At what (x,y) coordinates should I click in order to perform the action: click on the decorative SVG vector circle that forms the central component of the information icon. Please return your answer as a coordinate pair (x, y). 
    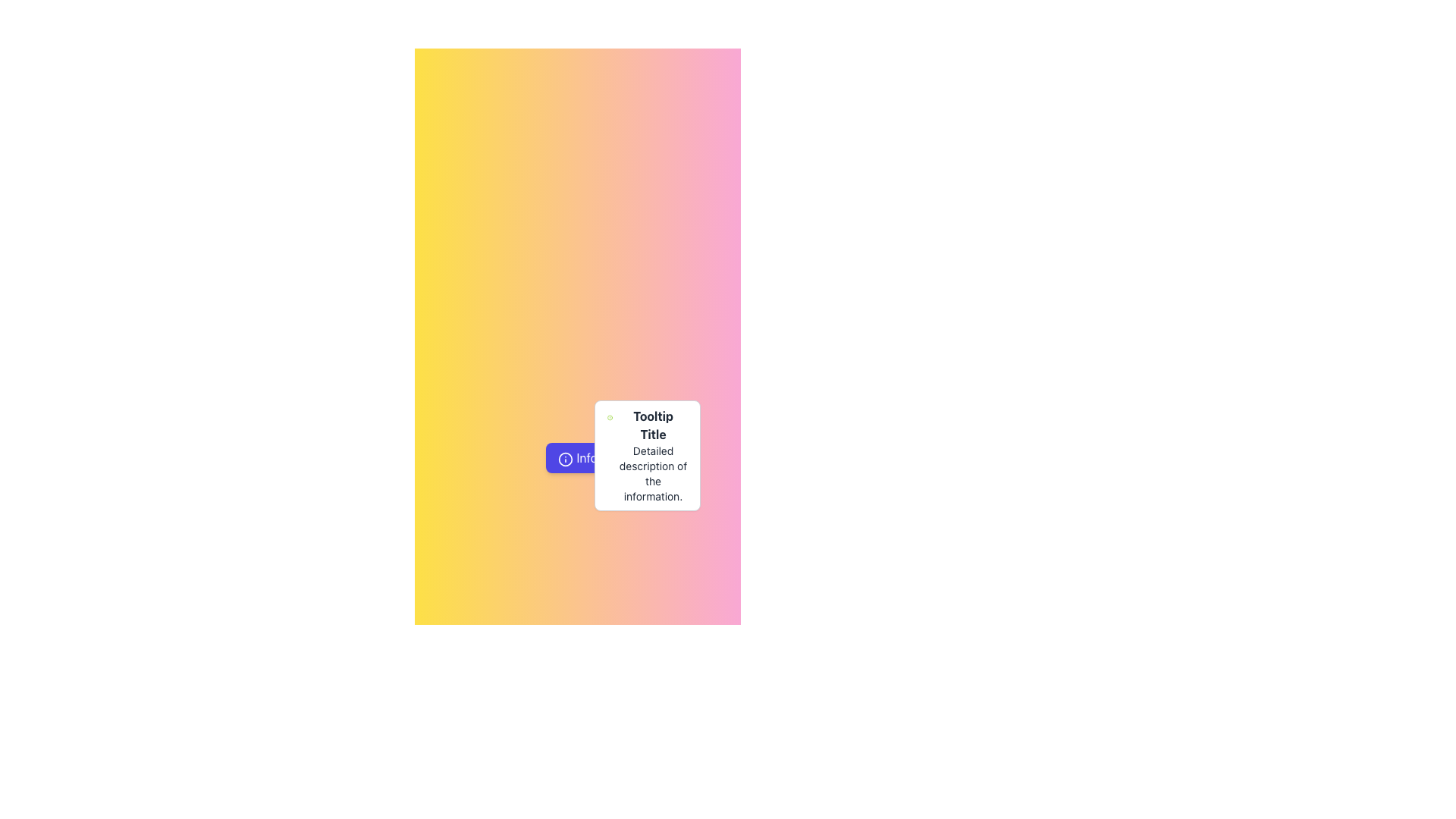
    Looking at the image, I should click on (565, 458).